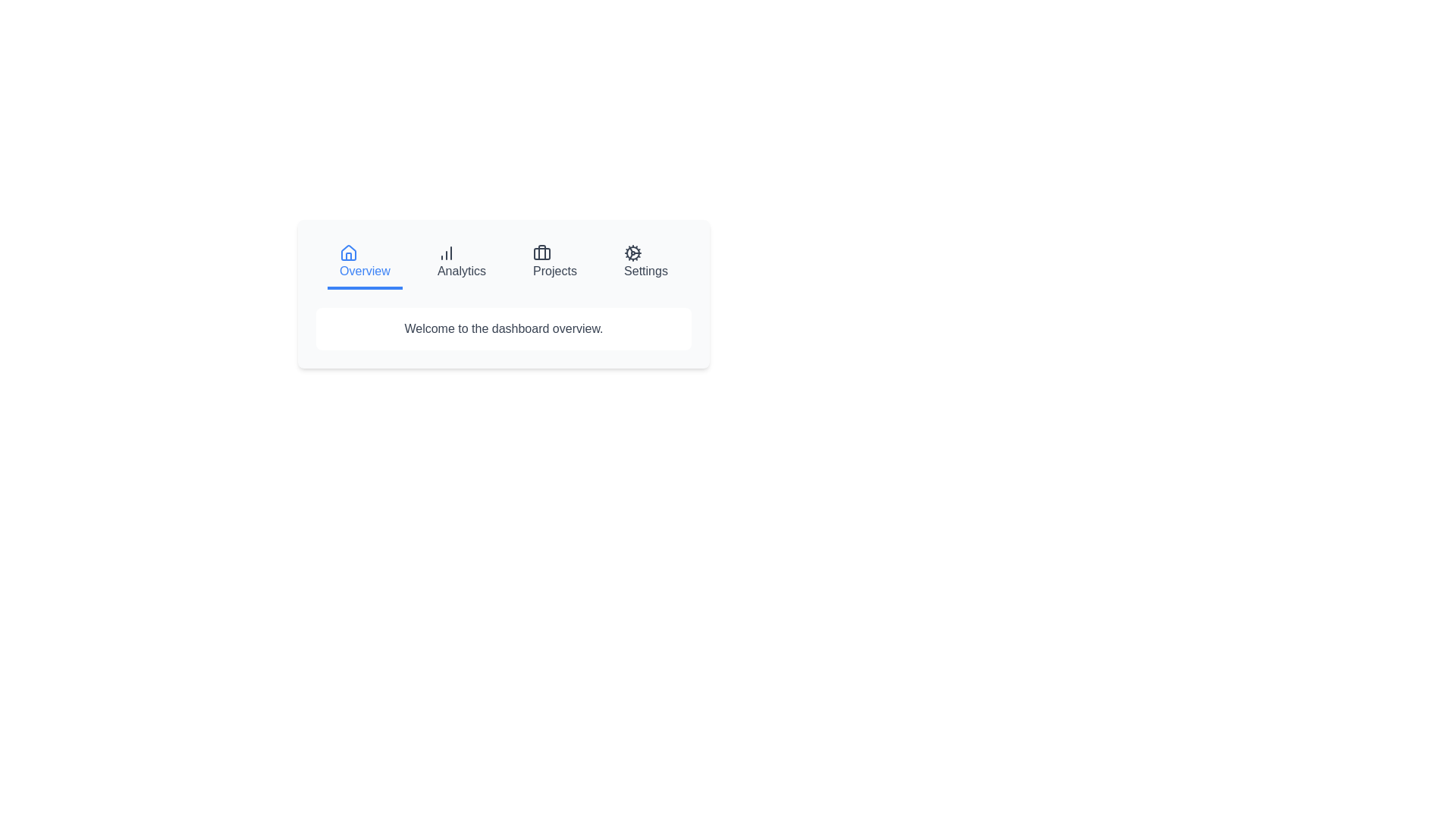 This screenshot has height=819, width=1456. I want to click on the tab labeled Analytics, so click(460, 262).